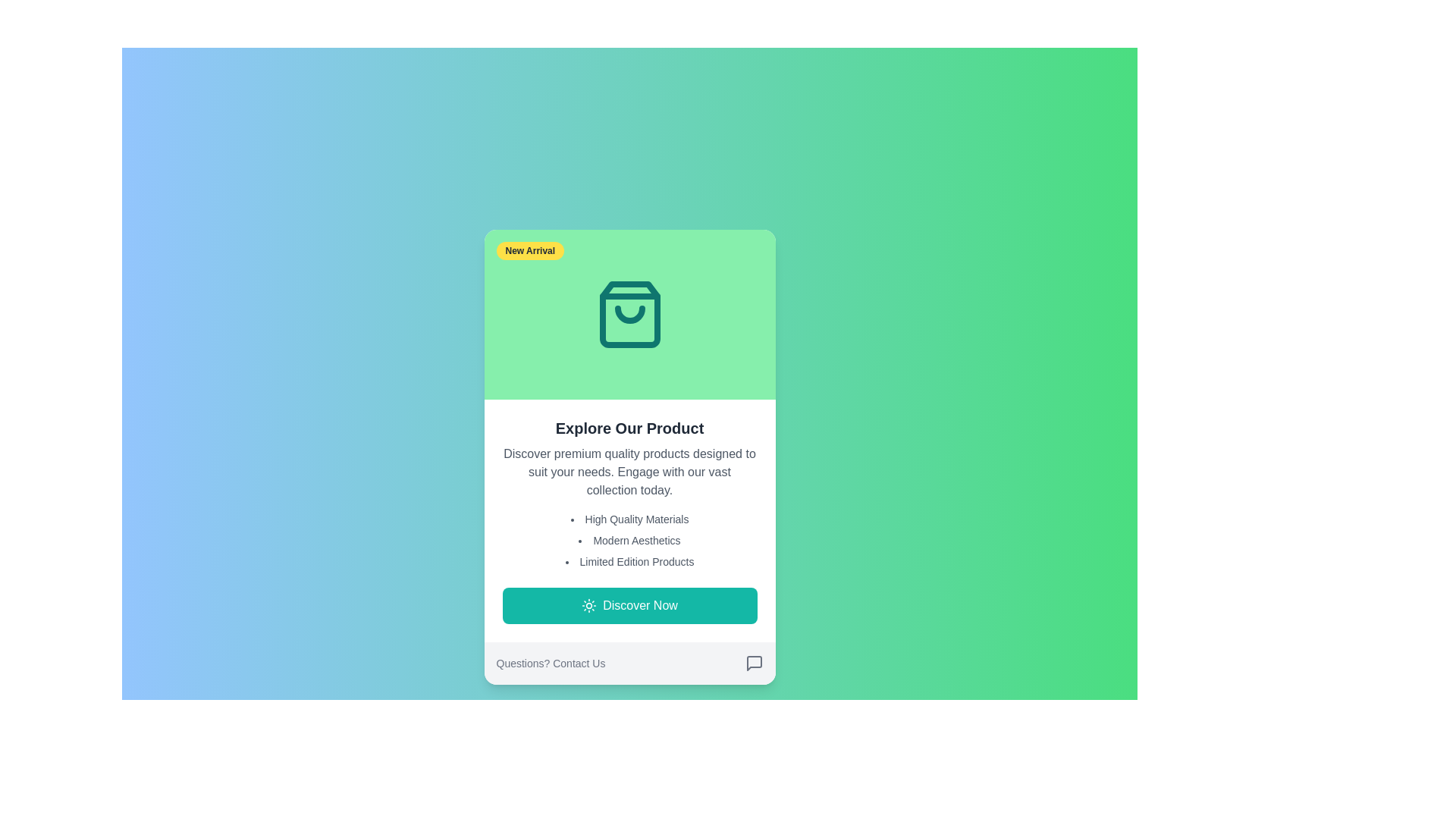 This screenshot has height=819, width=1456. Describe the element at coordinates (629, 472) in the screenshot. I see `the light gray text paragraph located below the heading 'Explore Our Product' and above the bulleted list of product features` at that location.